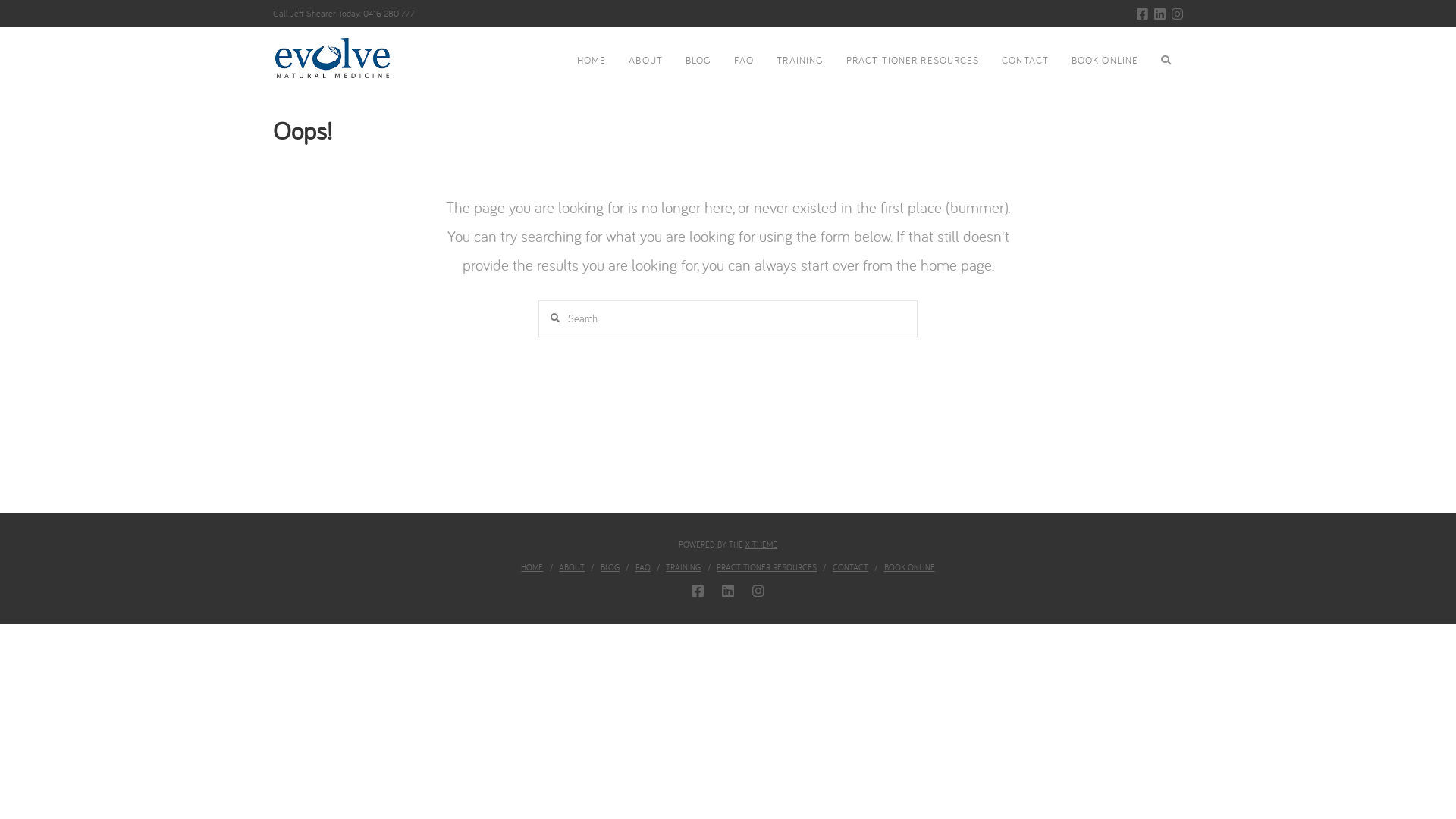 The width and height of the screenshot is (1456, 819). Describe the element at coordinates (1153, 14) in the screenshot. I see `'LinkedIn'` at that location.